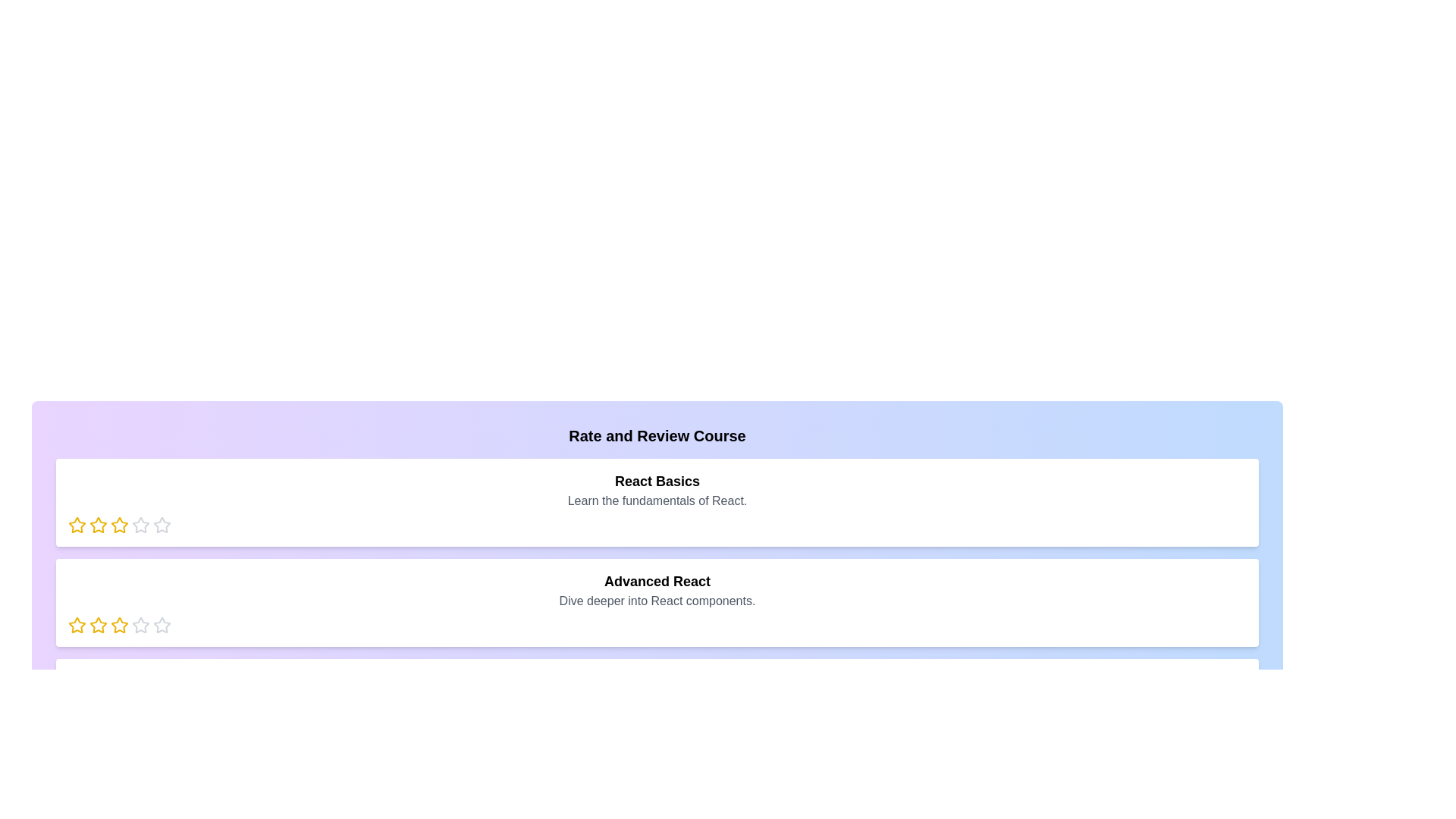  I want to click on the last Interactive Star Icon in the second row of stars within the 'Advanced React' rating section, so click(141, 626).